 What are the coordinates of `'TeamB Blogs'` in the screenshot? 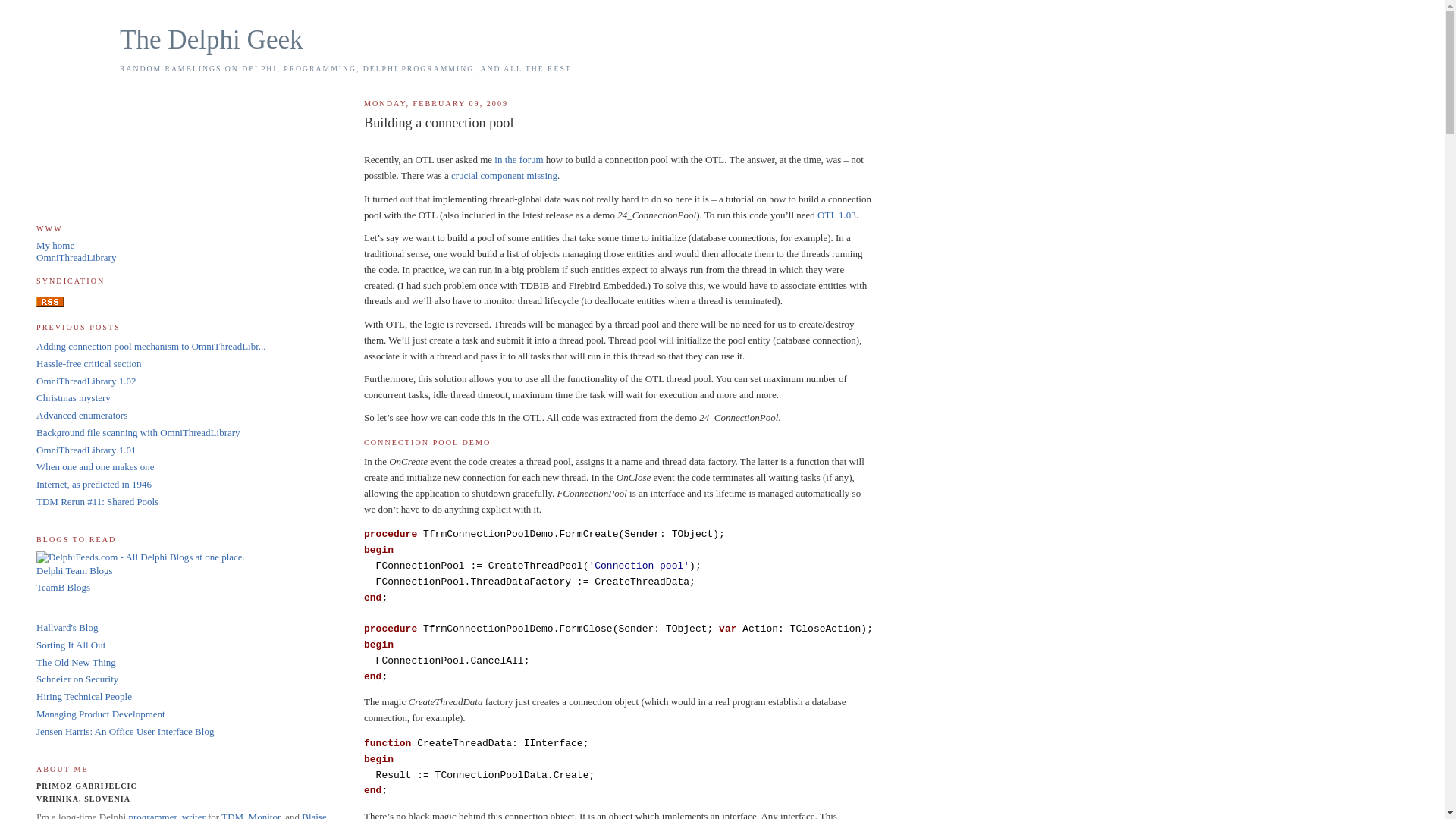 It's located at (62, 586).